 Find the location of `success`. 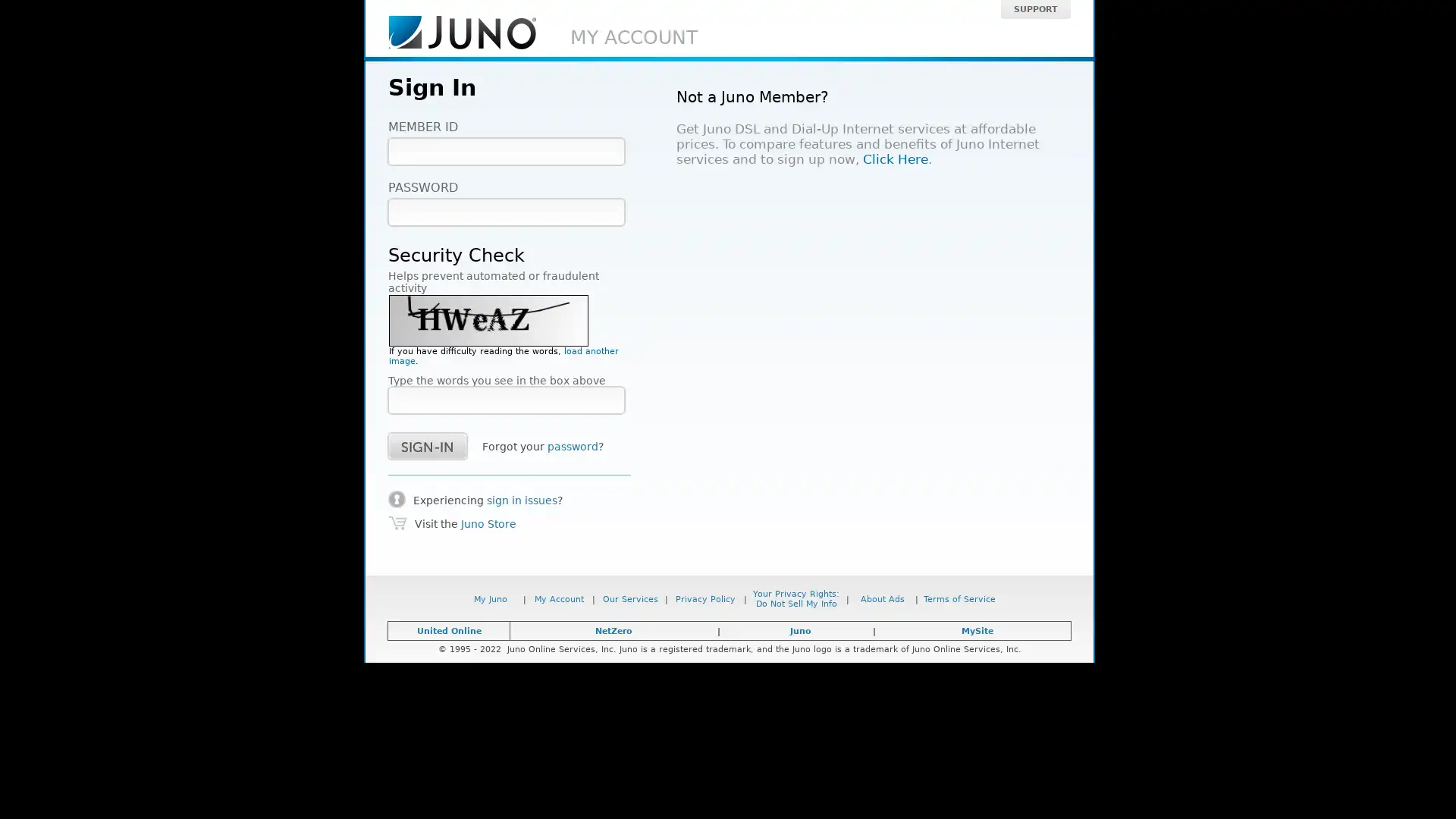

success is located at coordinates (427, 445).